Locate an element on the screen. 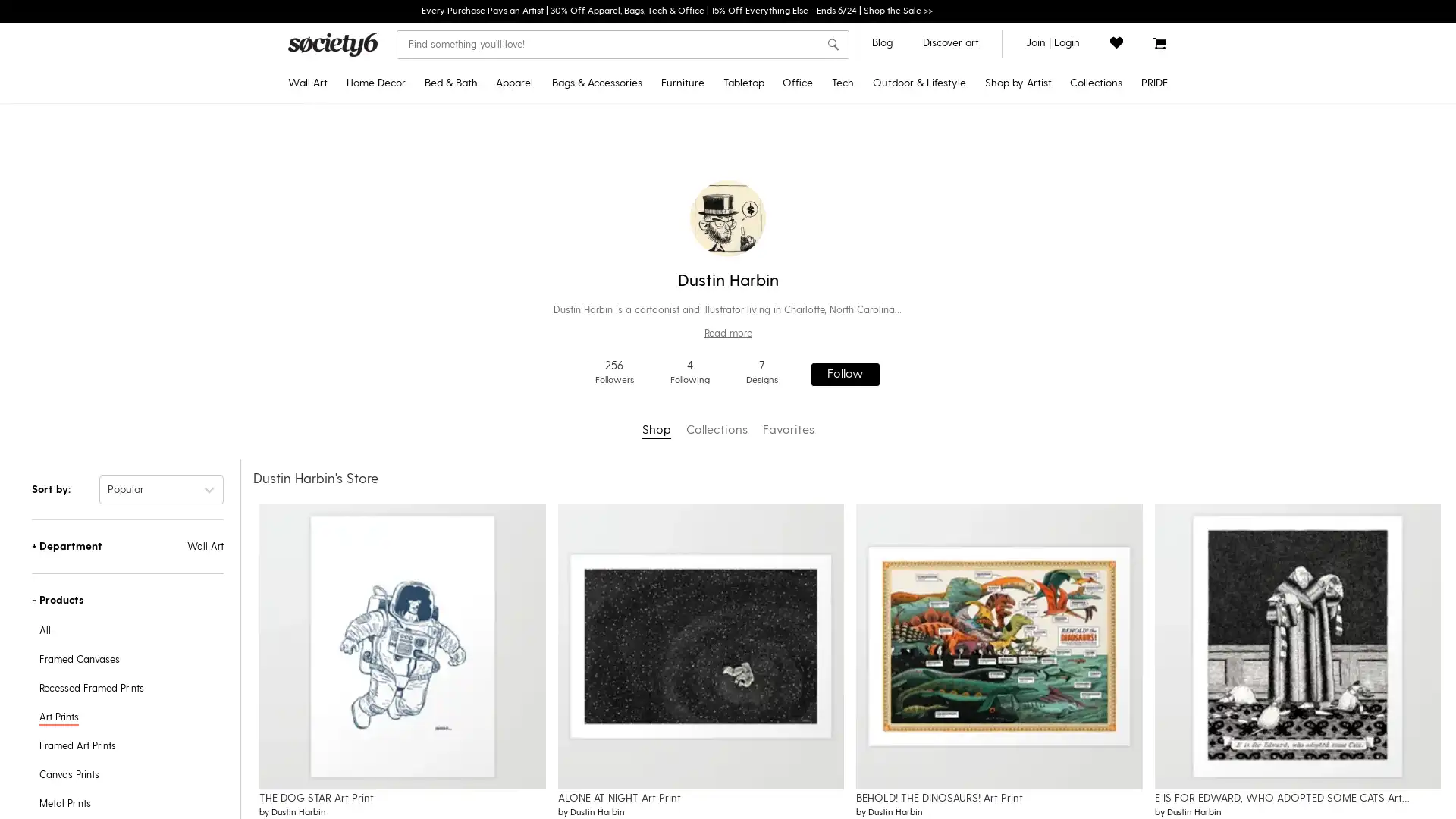  Beach Towels is located at coordinates (939, 342).